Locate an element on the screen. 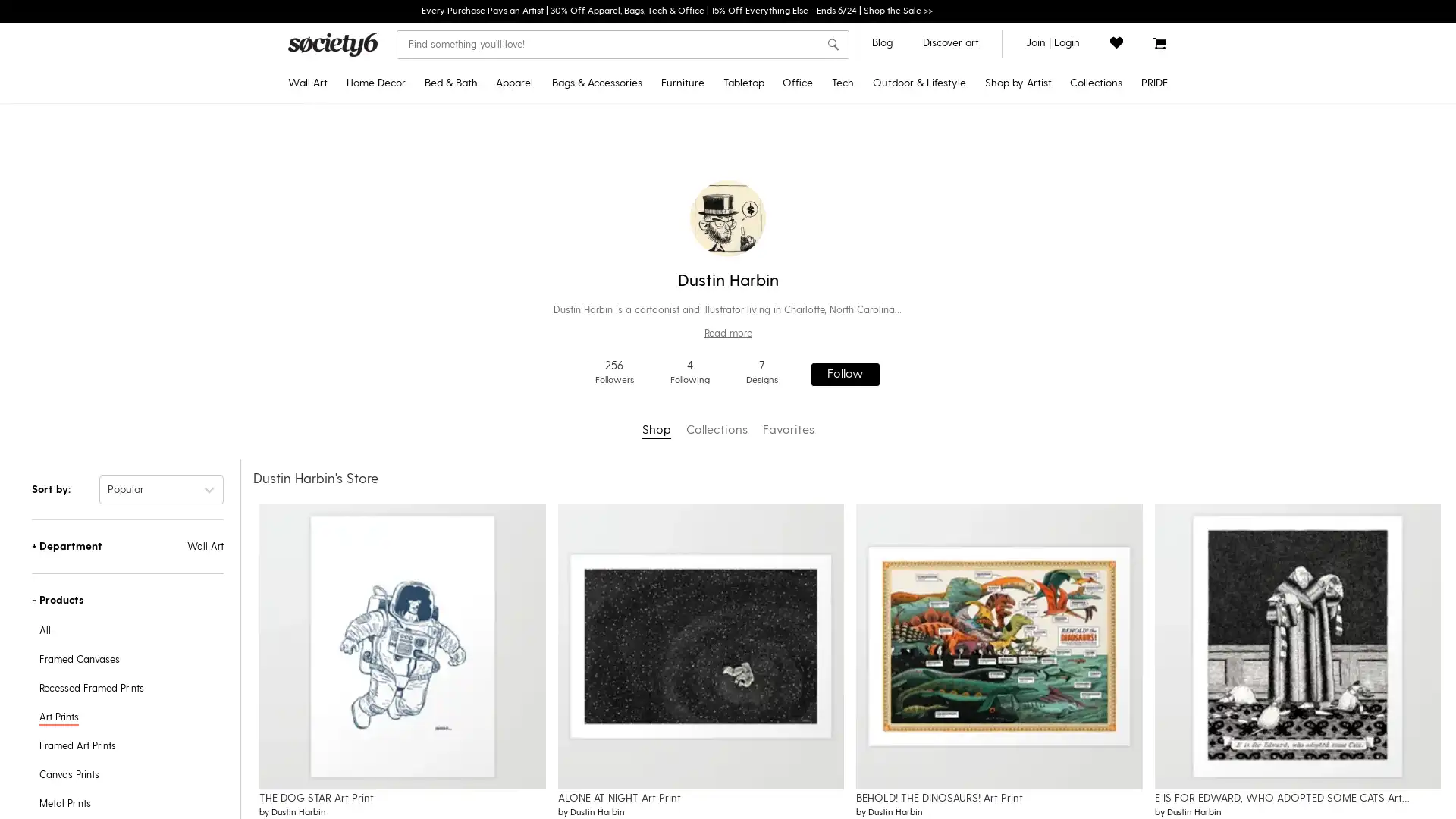  Beach Towels is located at coordinates (939, 342).